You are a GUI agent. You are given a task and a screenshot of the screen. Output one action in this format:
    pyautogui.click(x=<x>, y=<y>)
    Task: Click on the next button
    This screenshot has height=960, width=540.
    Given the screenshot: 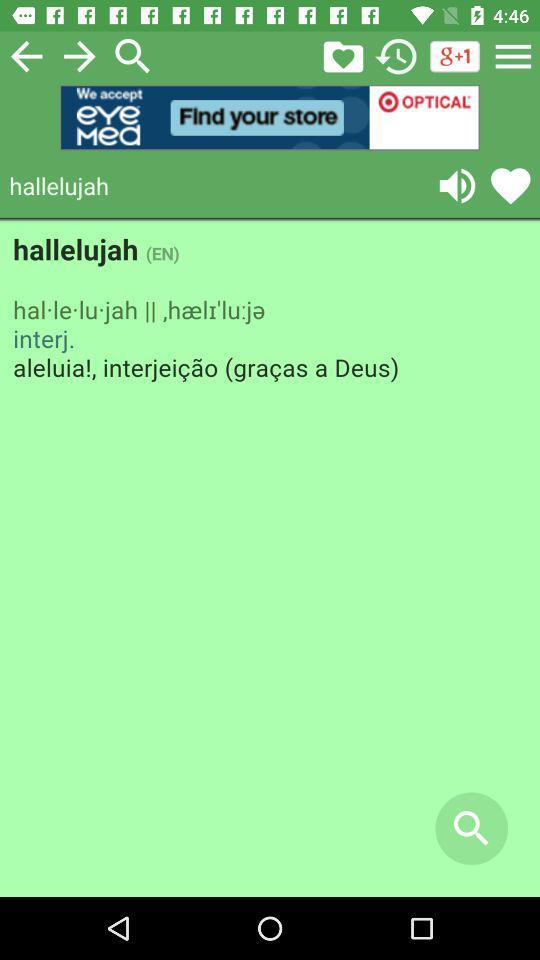 What is the action you would take?
    pyautogui.click(x=78, y=55)
    